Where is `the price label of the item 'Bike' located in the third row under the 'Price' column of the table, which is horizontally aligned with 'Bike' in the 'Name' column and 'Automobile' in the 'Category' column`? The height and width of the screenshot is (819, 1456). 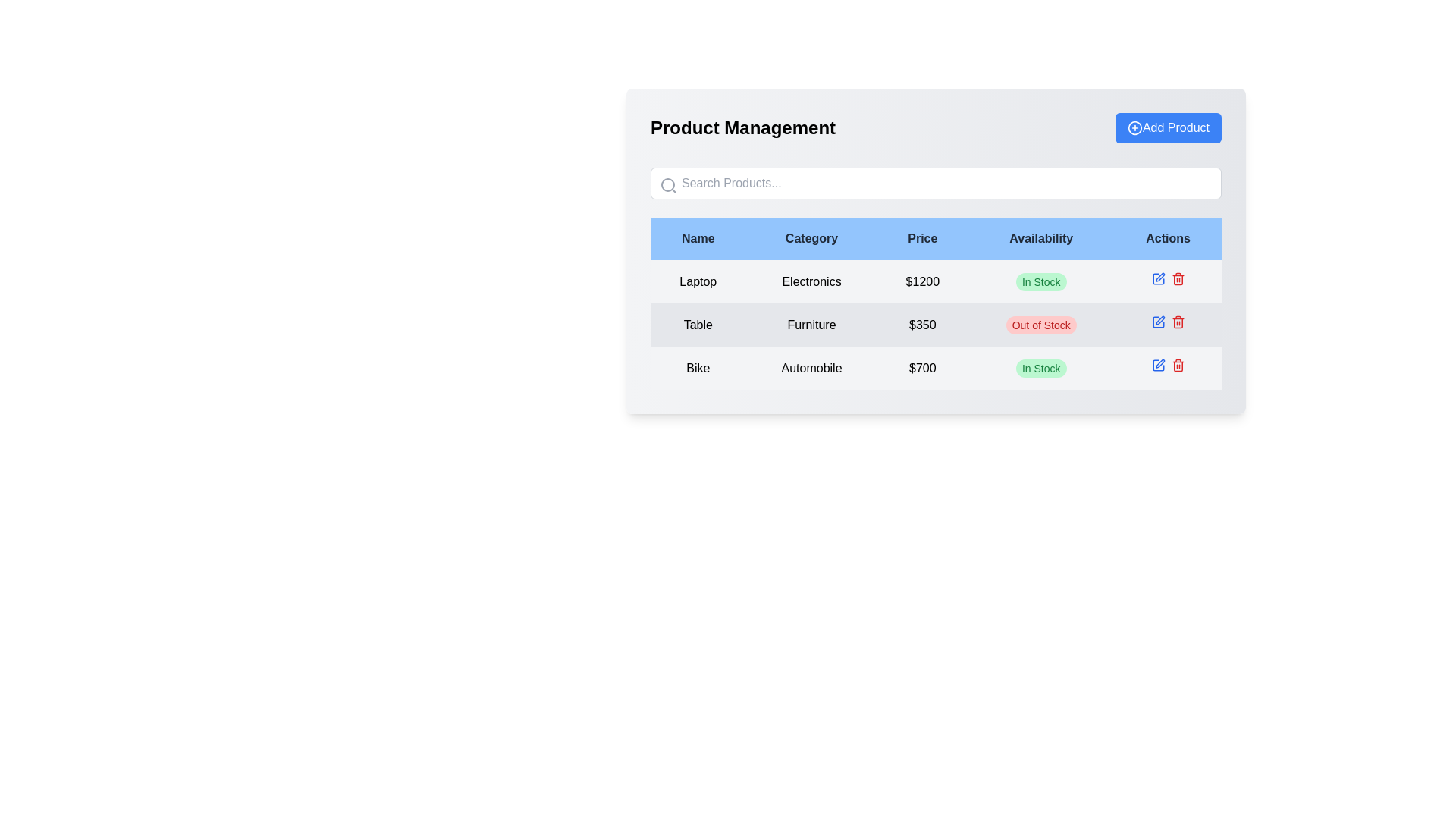
the price label of the item 'Bike' located in the third row under the 'Price' column of the table, which is horizontally aligned with 'Bike' in the 'Name' column and 'Automobile' in the 'Category' column is located at coordinates (921, 368).